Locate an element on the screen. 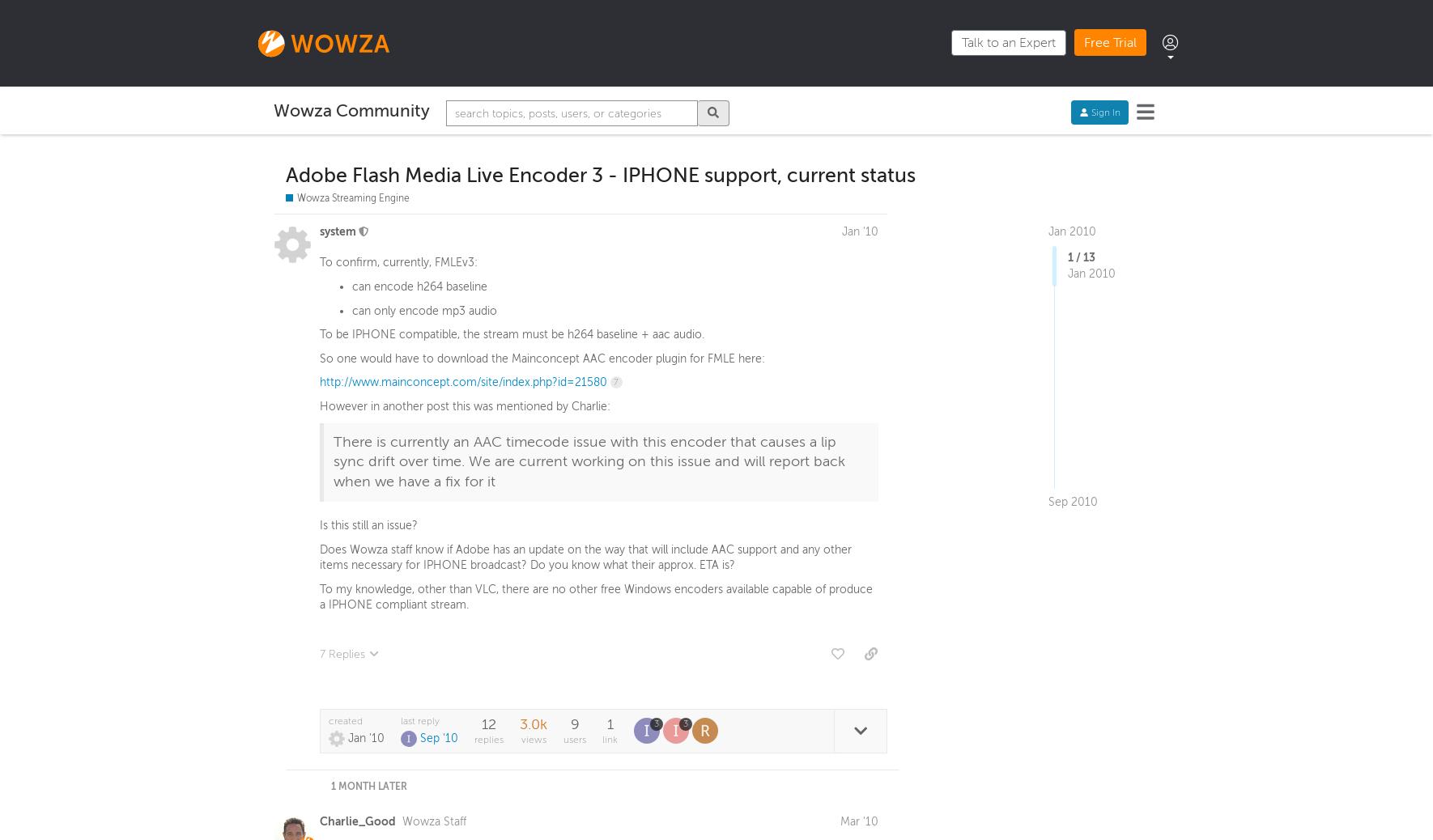  '7 Replies' is located at coordinates (342, 657).